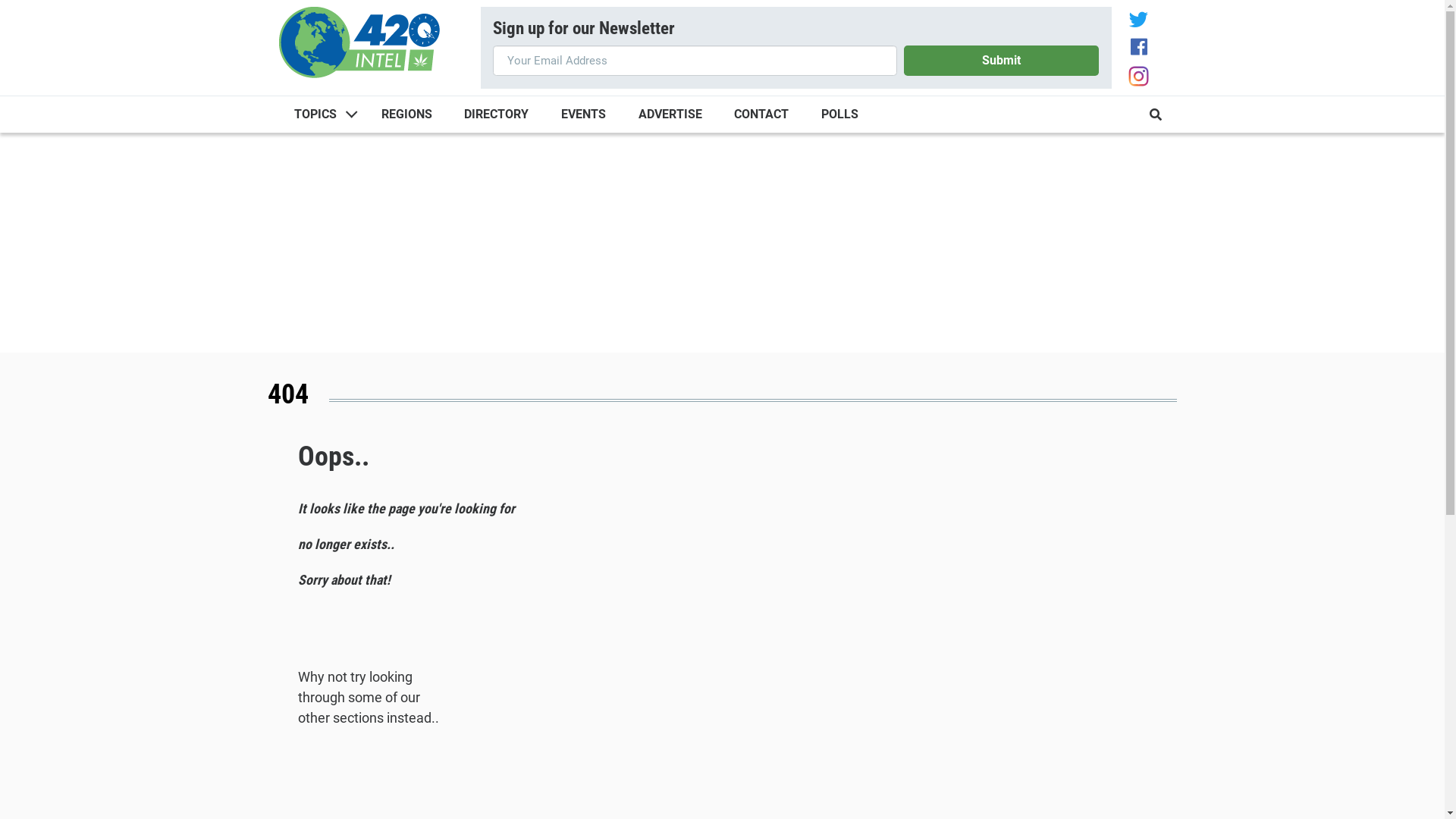 The image size is (1456, 819). Describe the element at coordinates (1146, 113) in the screenshot. I see `'Search'` at that location.